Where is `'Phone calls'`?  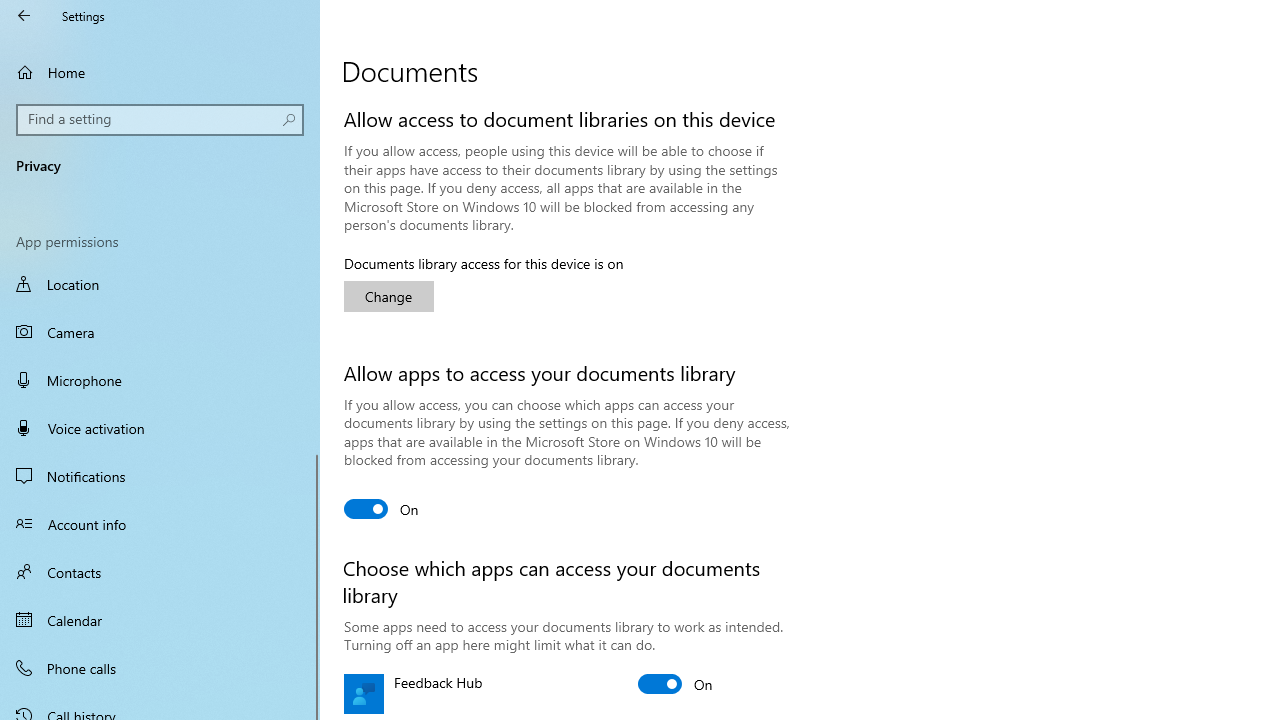 'Phone calls' is located at coordinates (160, 667).